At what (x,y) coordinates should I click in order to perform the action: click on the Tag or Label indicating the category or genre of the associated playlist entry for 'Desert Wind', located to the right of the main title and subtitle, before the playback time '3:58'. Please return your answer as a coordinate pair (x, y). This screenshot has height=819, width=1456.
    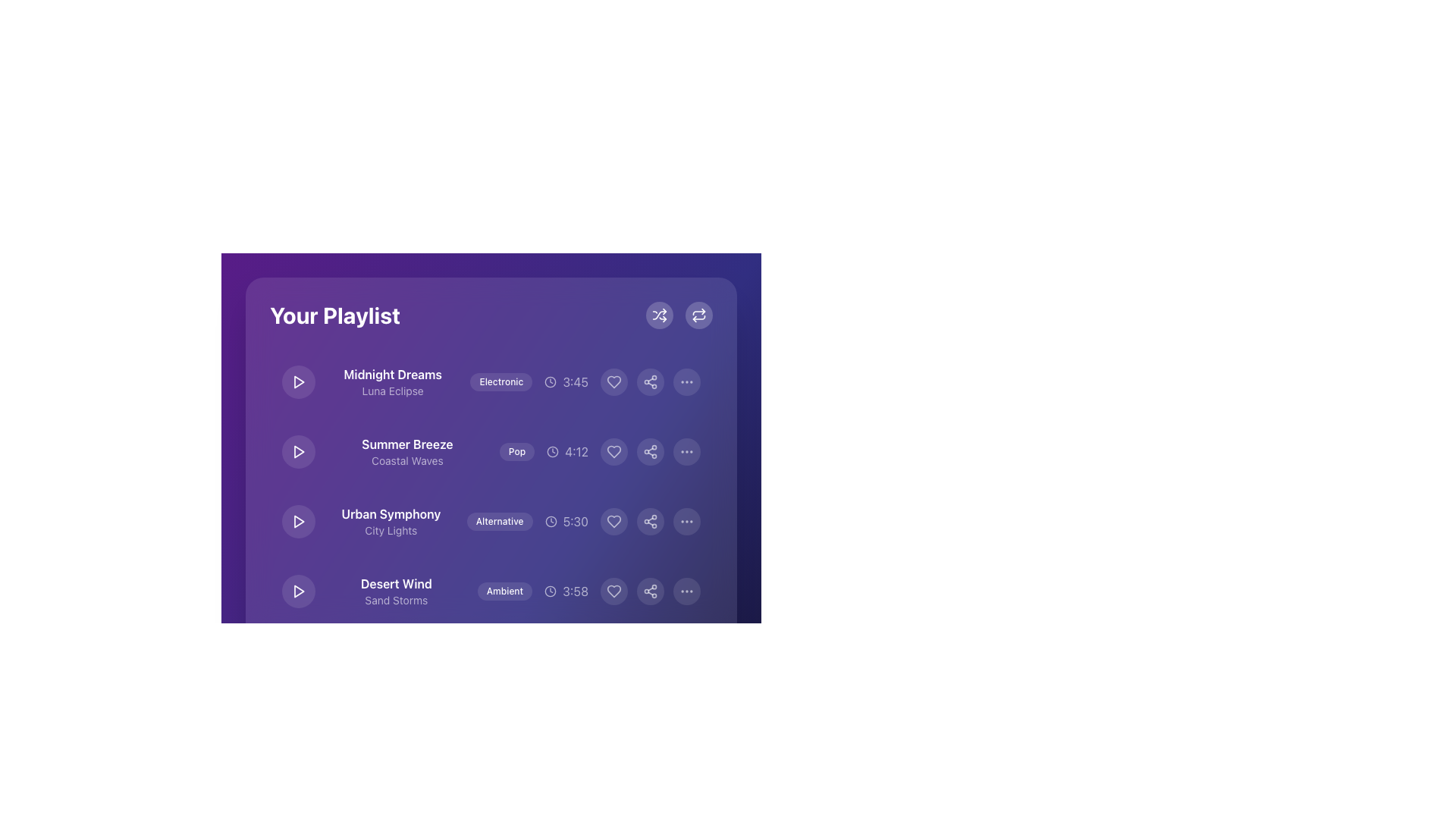
    Looking at the image, I should click on (504, 590).